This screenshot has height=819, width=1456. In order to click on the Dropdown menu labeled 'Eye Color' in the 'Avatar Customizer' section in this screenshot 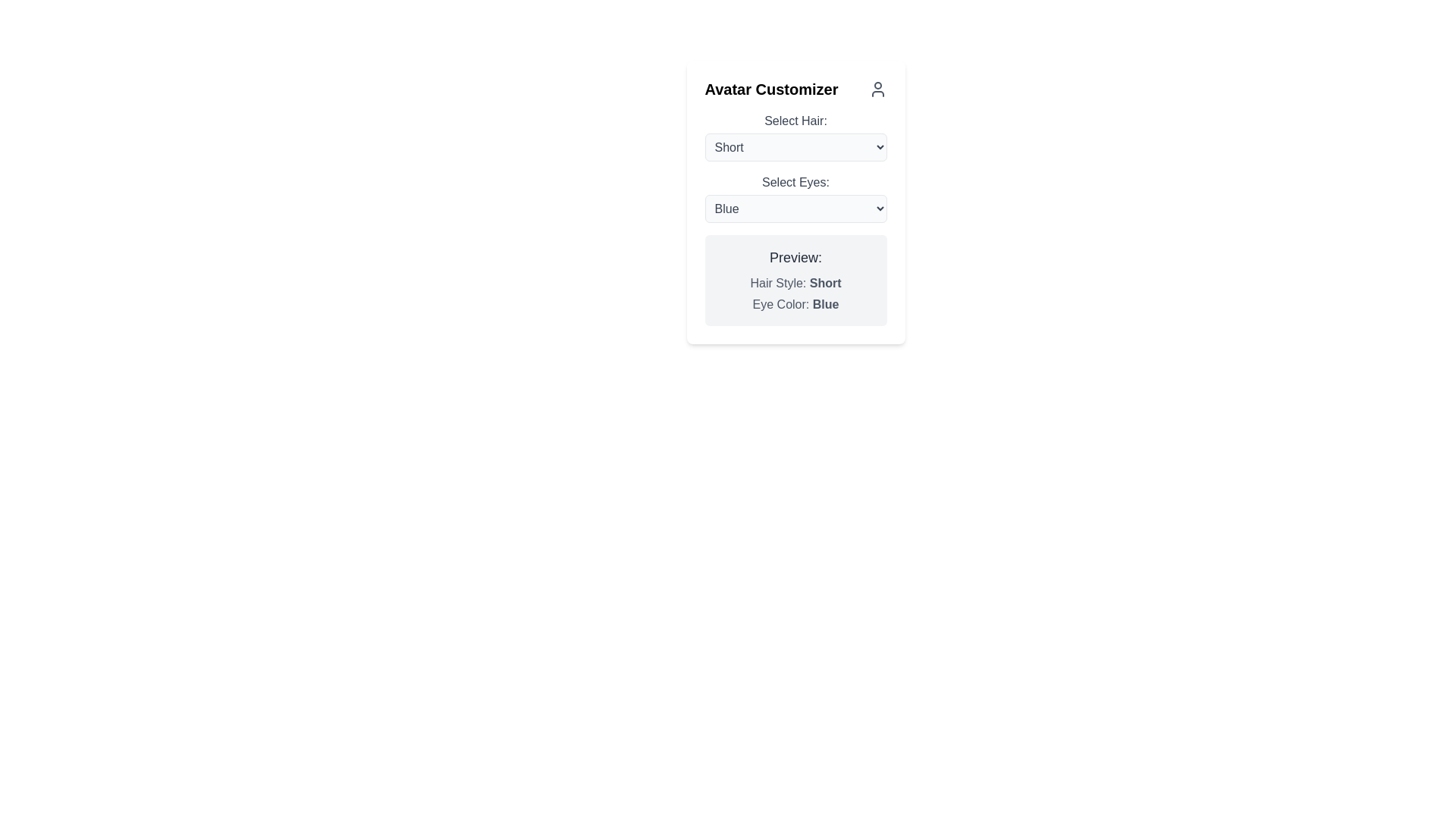, I will do `click(795, 197)`.